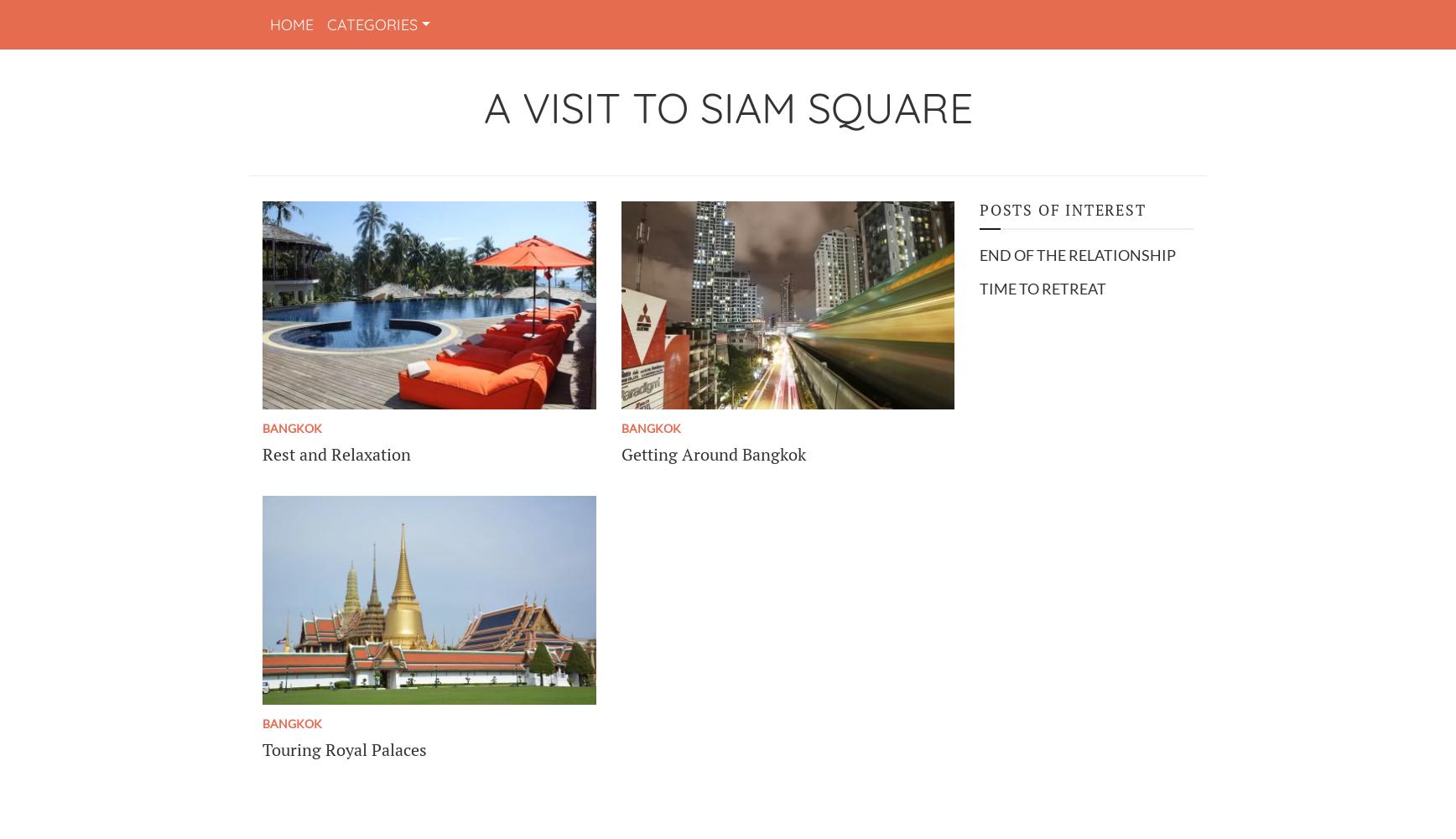  What do you see at coordinates (712, 454) in the screenshot?
I see `'Getting Around Bangkok'` at bounding box center [712, 454].